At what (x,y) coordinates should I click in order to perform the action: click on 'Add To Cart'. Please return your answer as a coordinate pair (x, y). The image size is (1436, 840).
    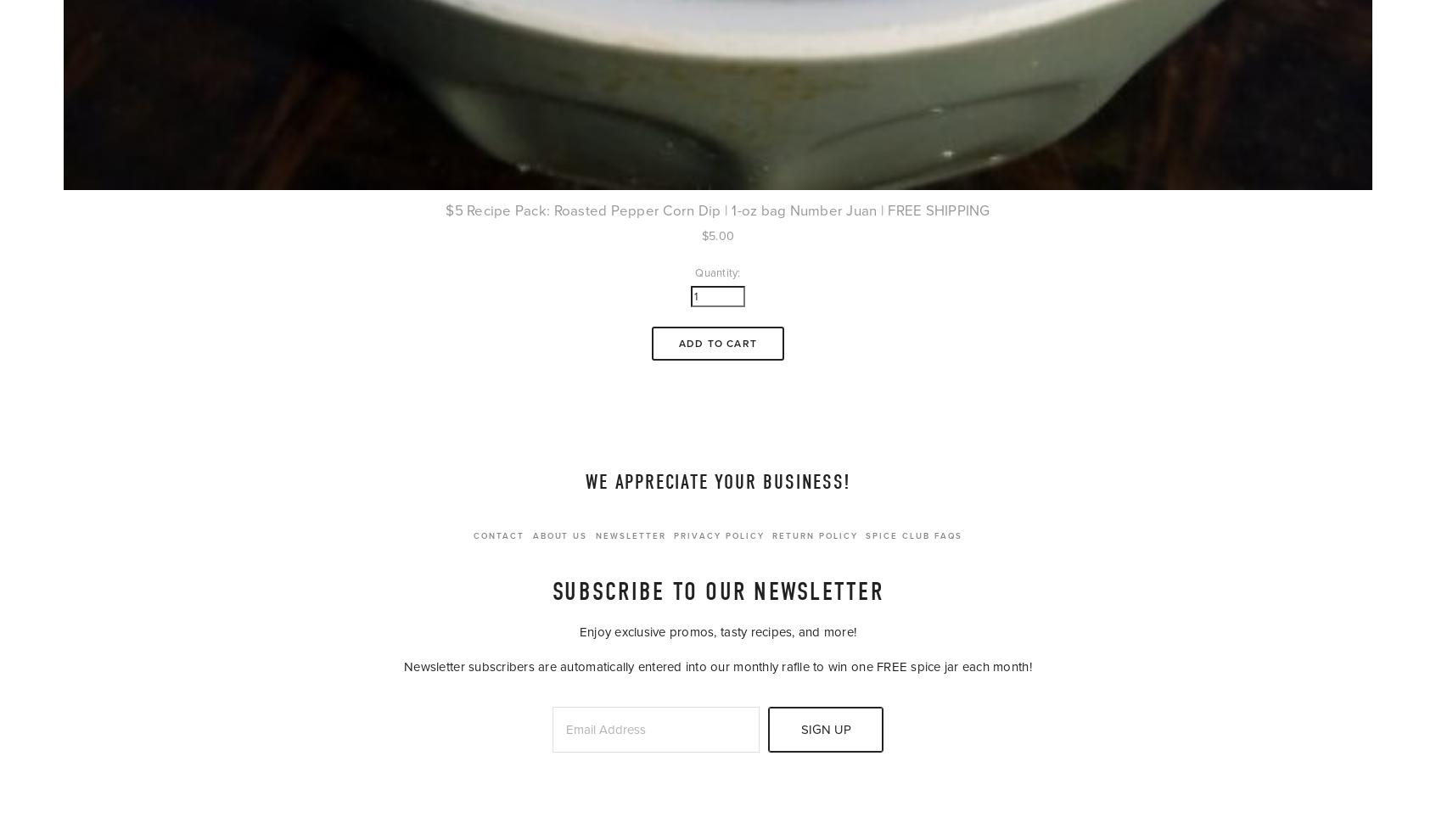
    Looking at the image, I should click on (677, 342).